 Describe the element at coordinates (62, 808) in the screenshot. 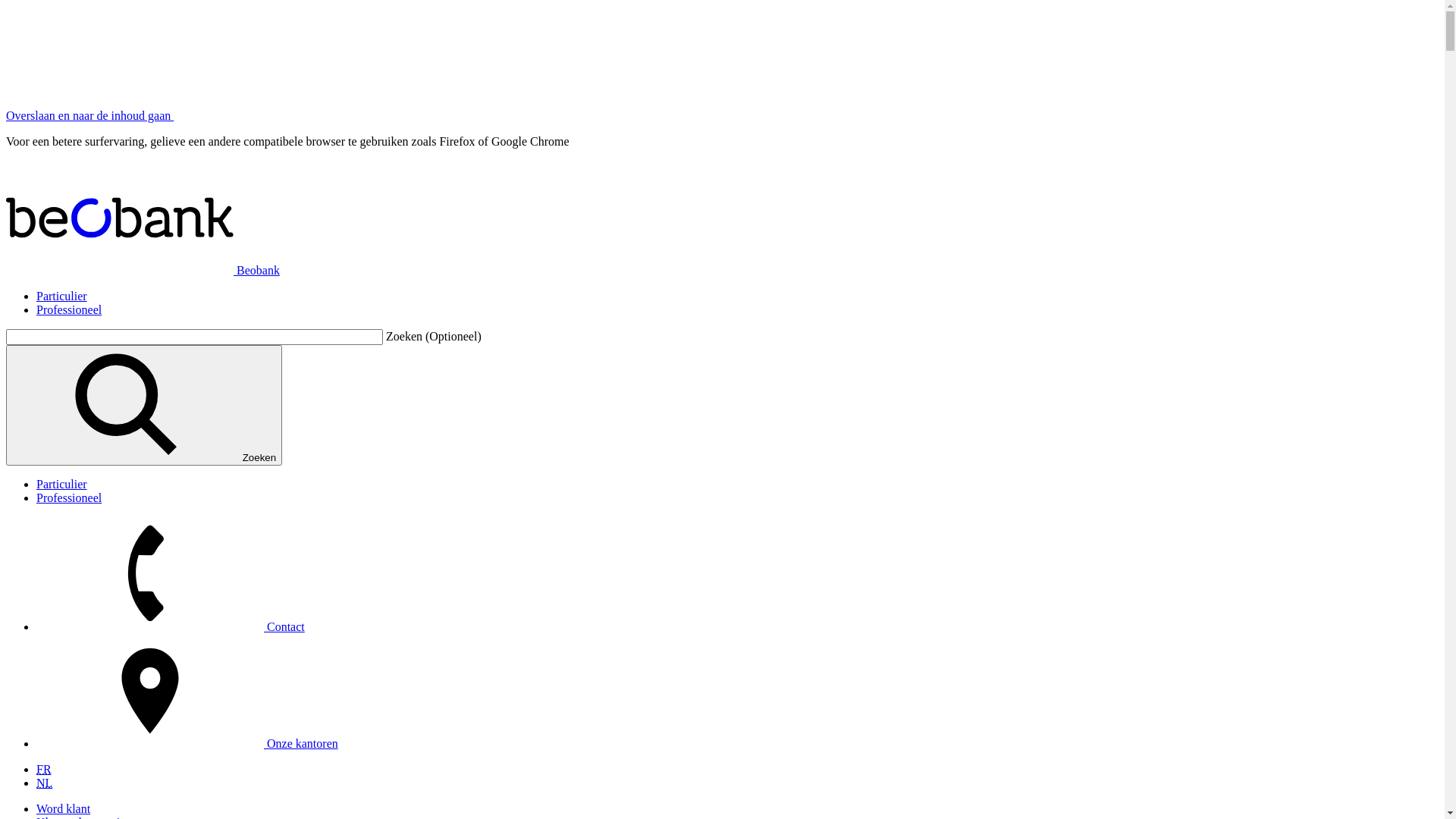

I see `'Word klant'` at that location.